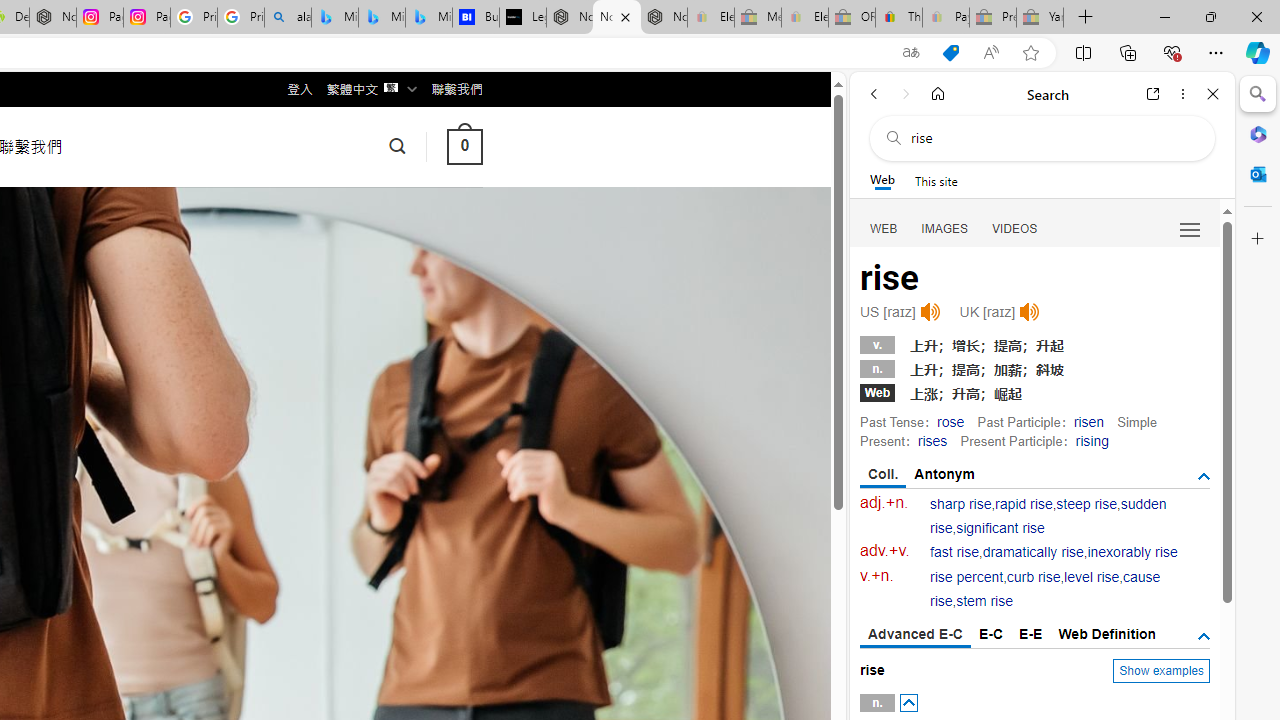 The height and width of the screenshot is (720, 1280). What do you see at coordinates (1029, 312) in the screenshot?
I see `'Click to listen'` at bounding box center [1029, 312].